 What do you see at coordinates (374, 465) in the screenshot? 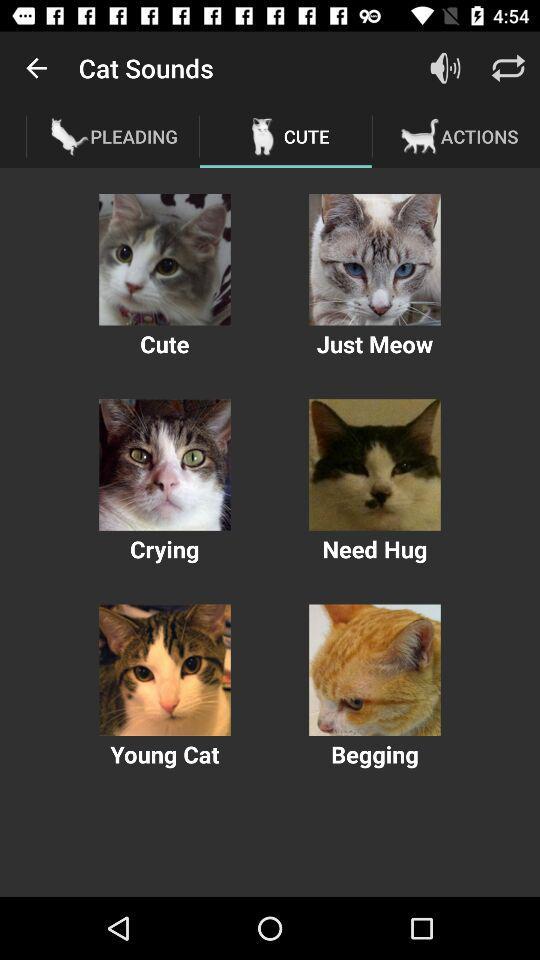
I see `sound option` at bounding box center [374, 465].